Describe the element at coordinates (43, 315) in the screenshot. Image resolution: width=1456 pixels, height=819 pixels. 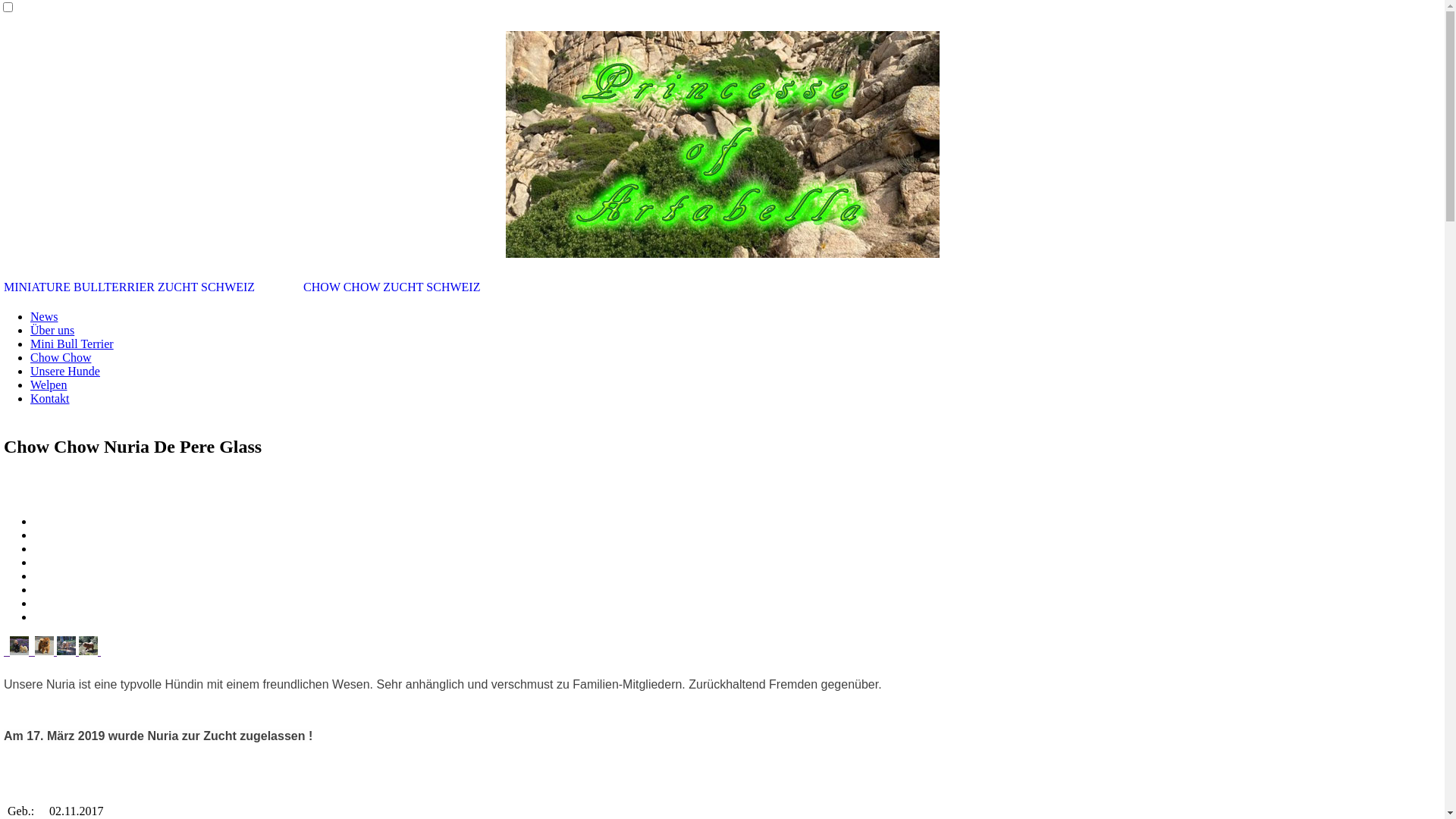
I see `'News'` at that location.